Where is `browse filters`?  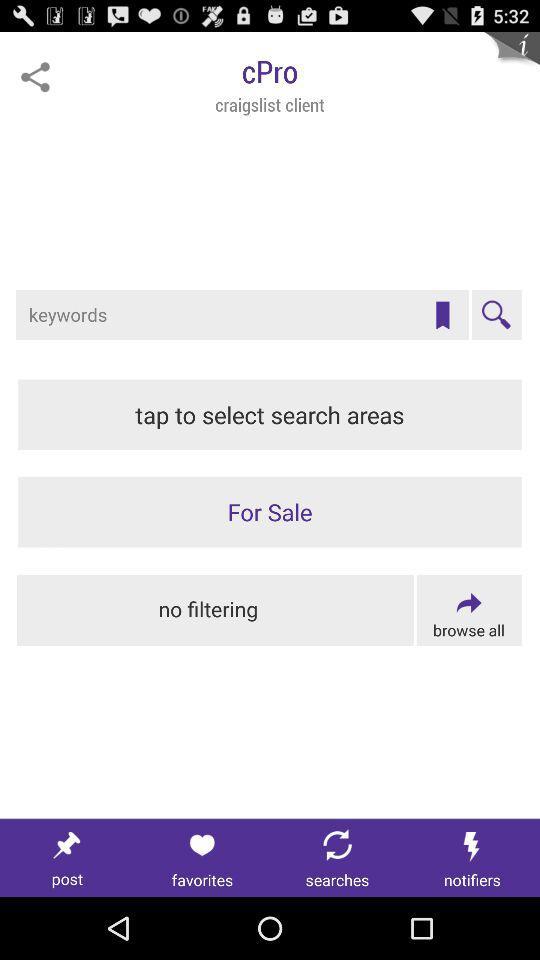
browse filters is located at coordinates (469, 609).